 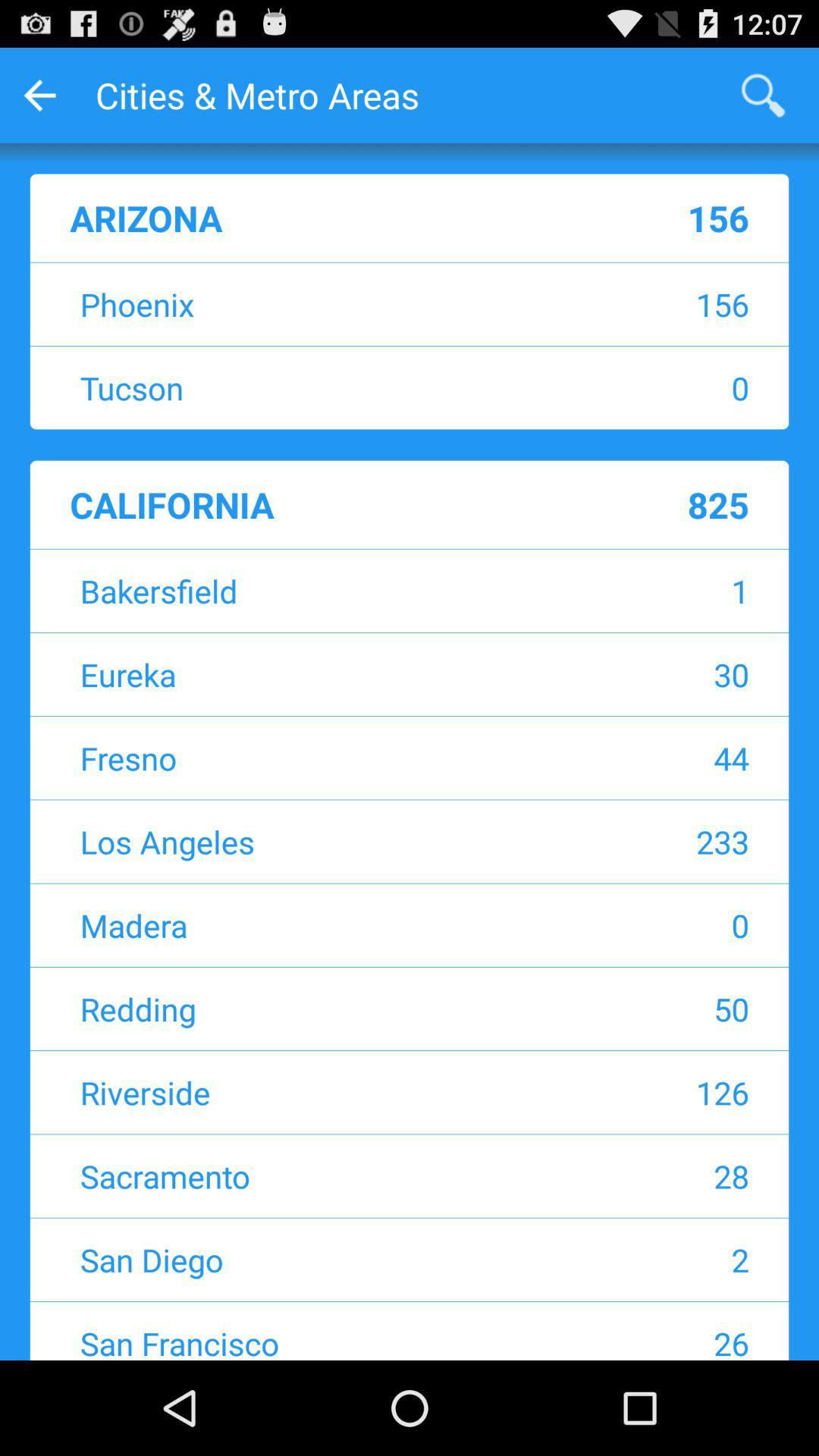 What do you see at coordinates (648, 1009) in the screenshot?
I see `item next to redding icon` at bounding box center [648, 1009].